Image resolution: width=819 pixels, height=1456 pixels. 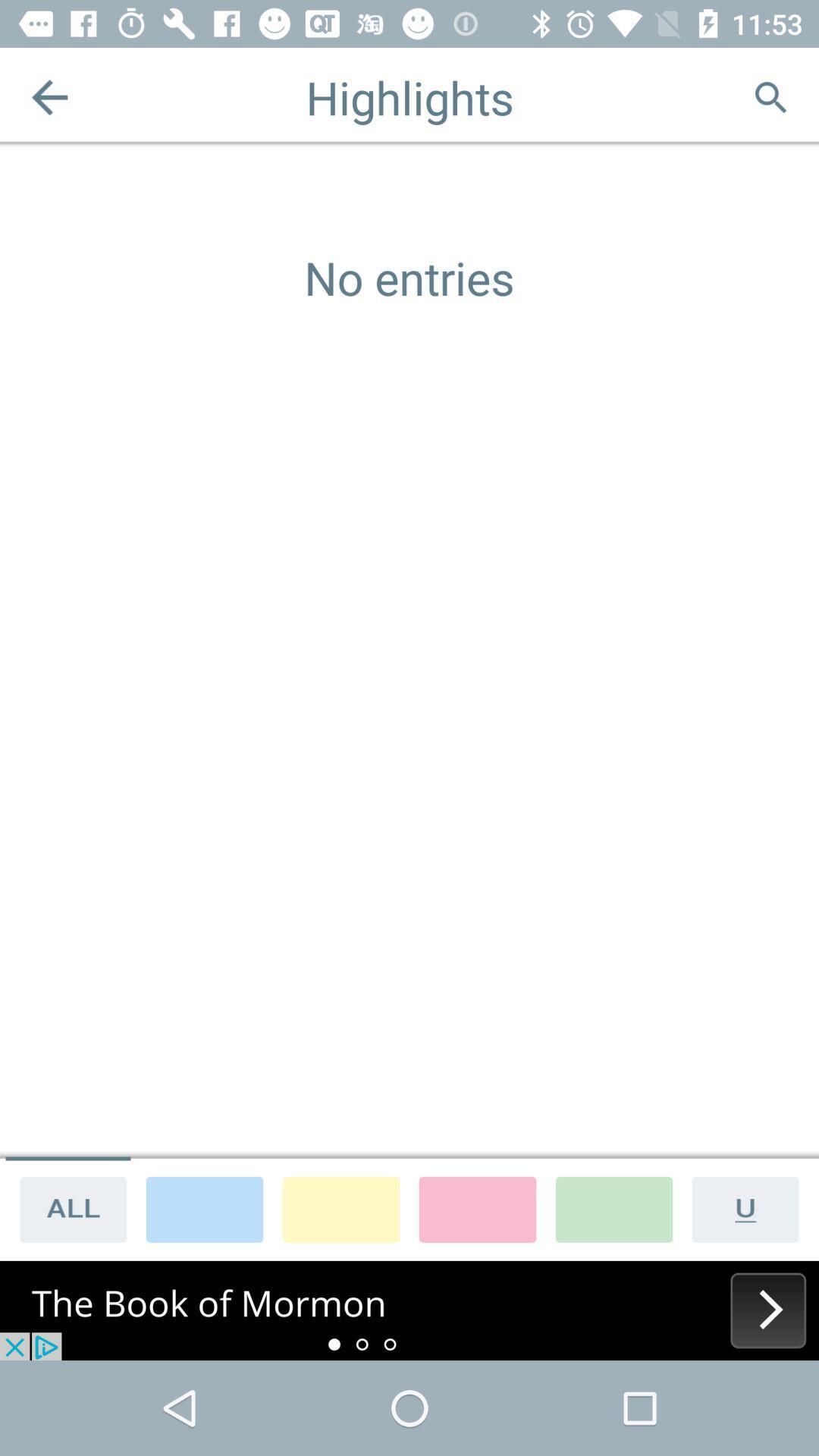 What do you see at coordinates (751, 1208) in the screenshot?
I see `underline option` at bounding box center [751, 1208].